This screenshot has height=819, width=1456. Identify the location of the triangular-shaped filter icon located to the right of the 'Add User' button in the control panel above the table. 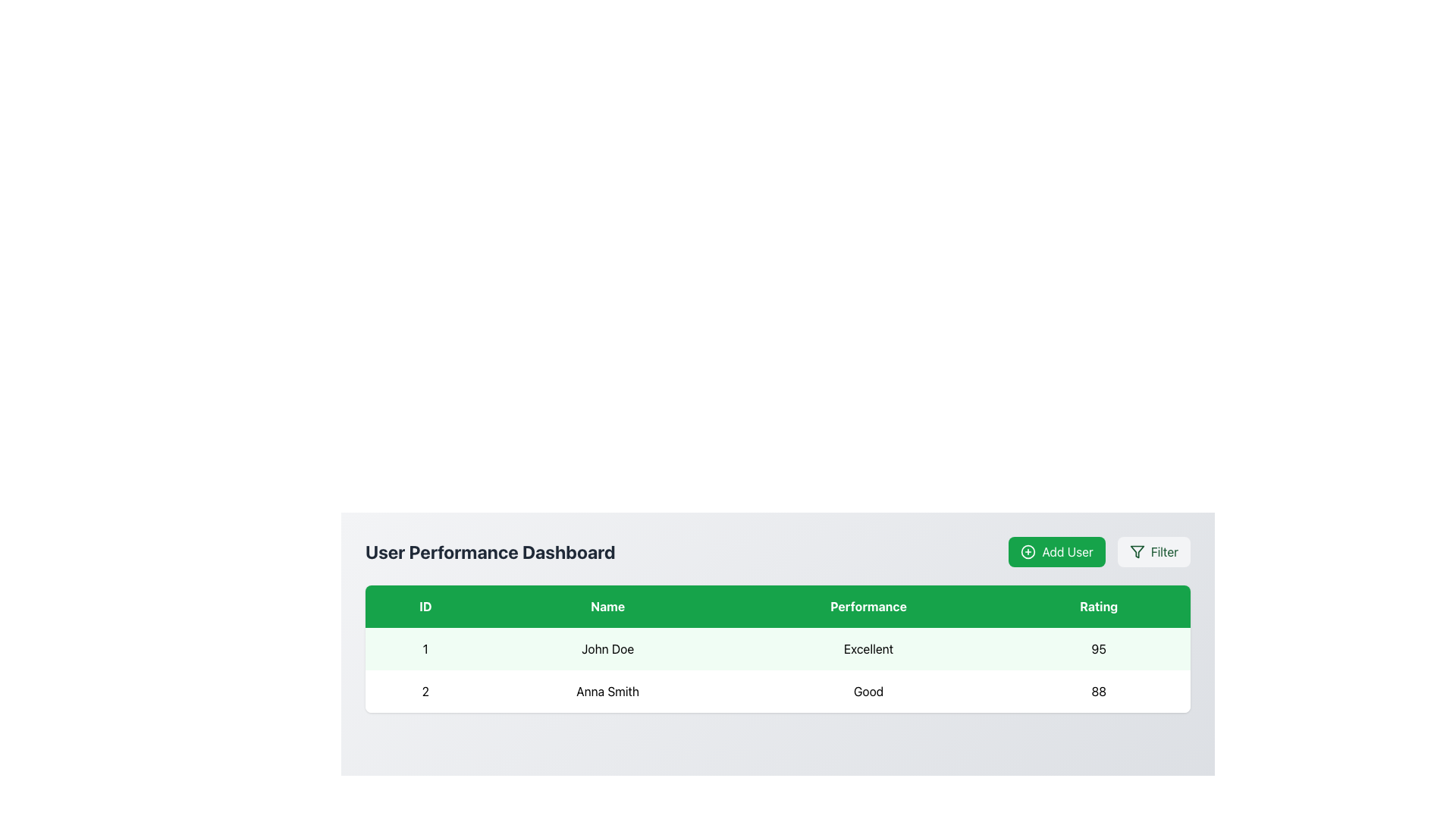
(1137, 552).